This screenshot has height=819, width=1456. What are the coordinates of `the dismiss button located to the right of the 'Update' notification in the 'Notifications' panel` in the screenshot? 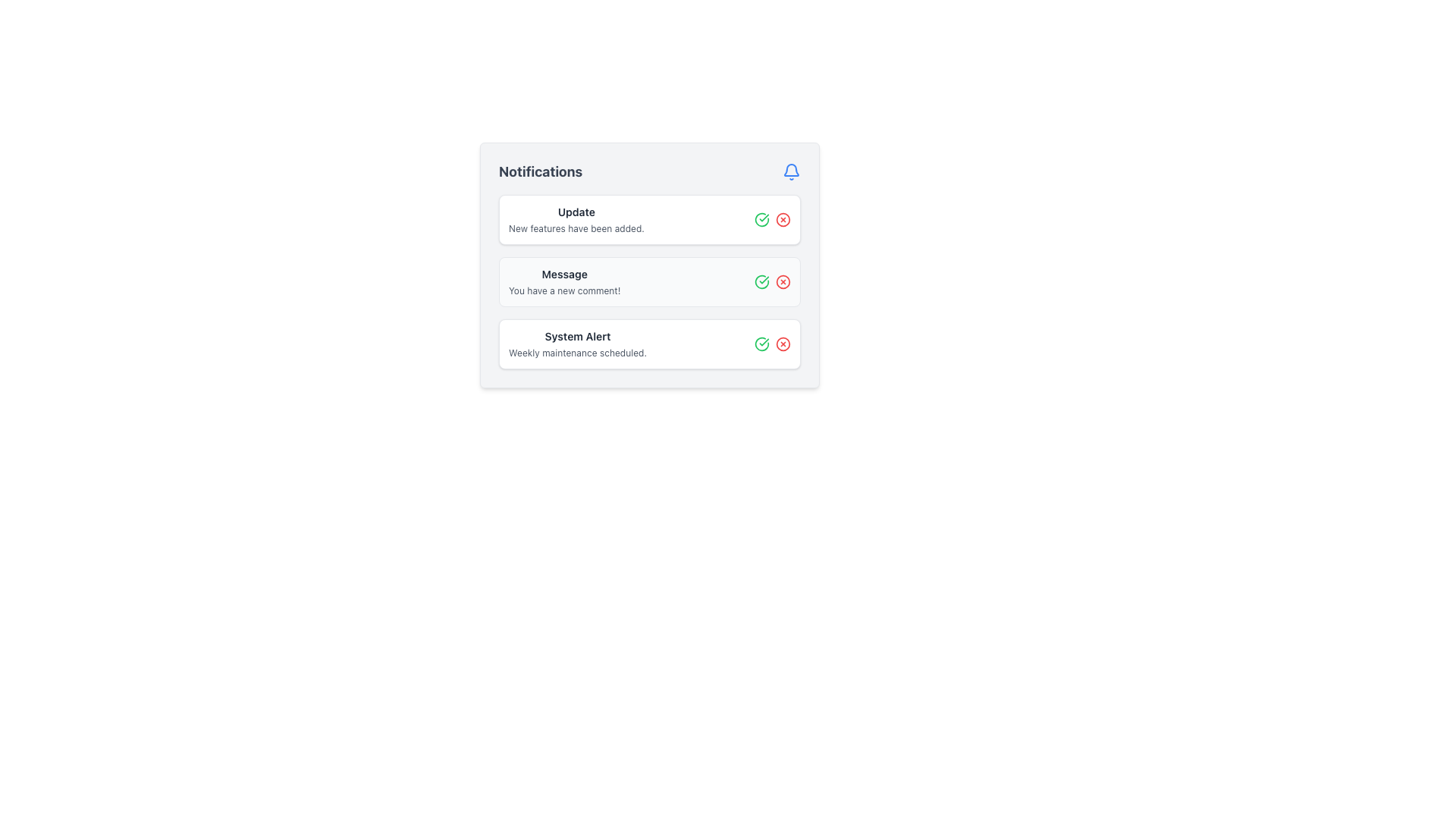 It's located at (783, 219).